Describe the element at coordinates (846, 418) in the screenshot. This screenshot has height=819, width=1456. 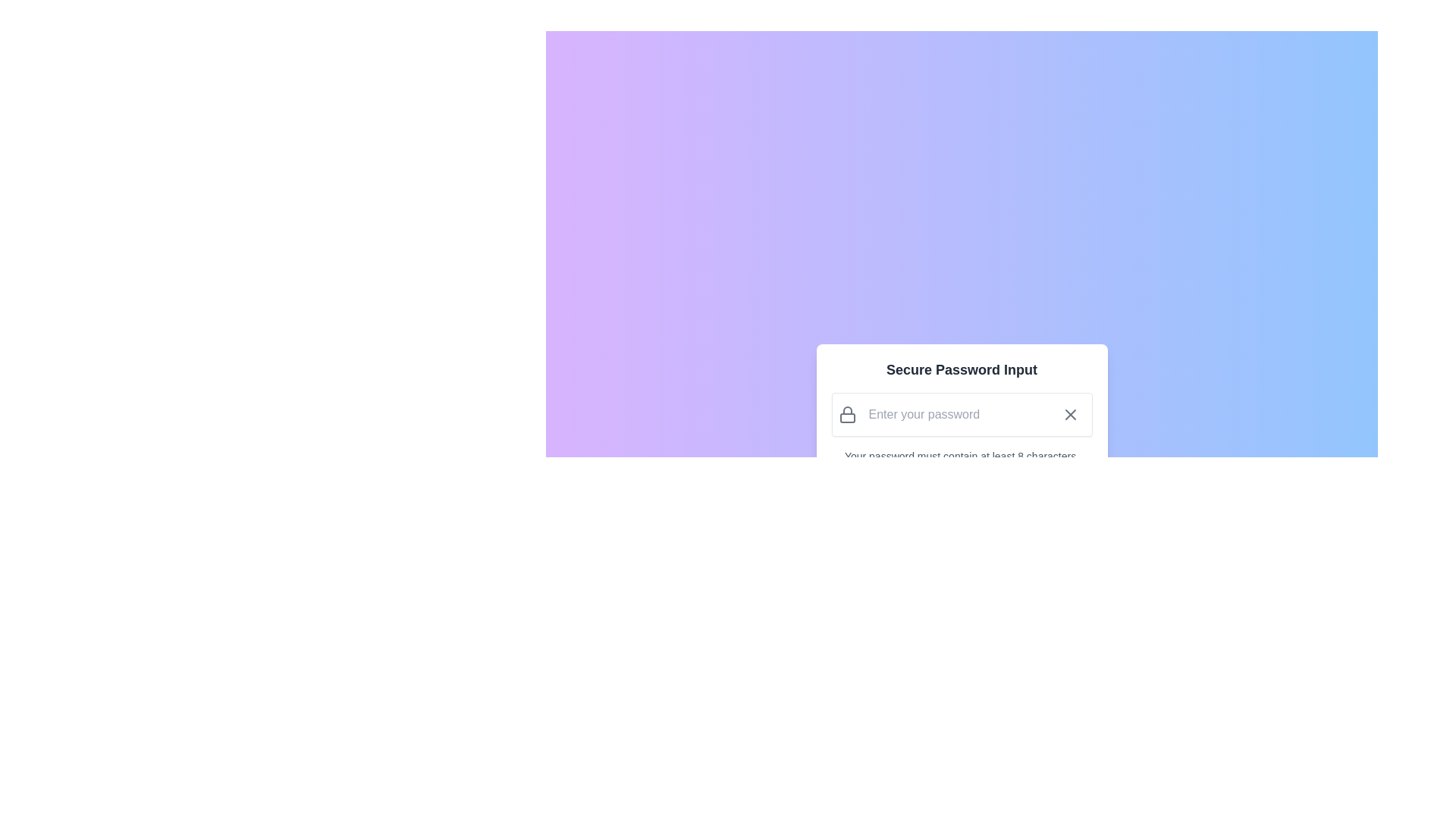
I see `the lower part of the lock icon symbol, which indicates a password or security feature in the 'Secure Password Input' component` at that location.